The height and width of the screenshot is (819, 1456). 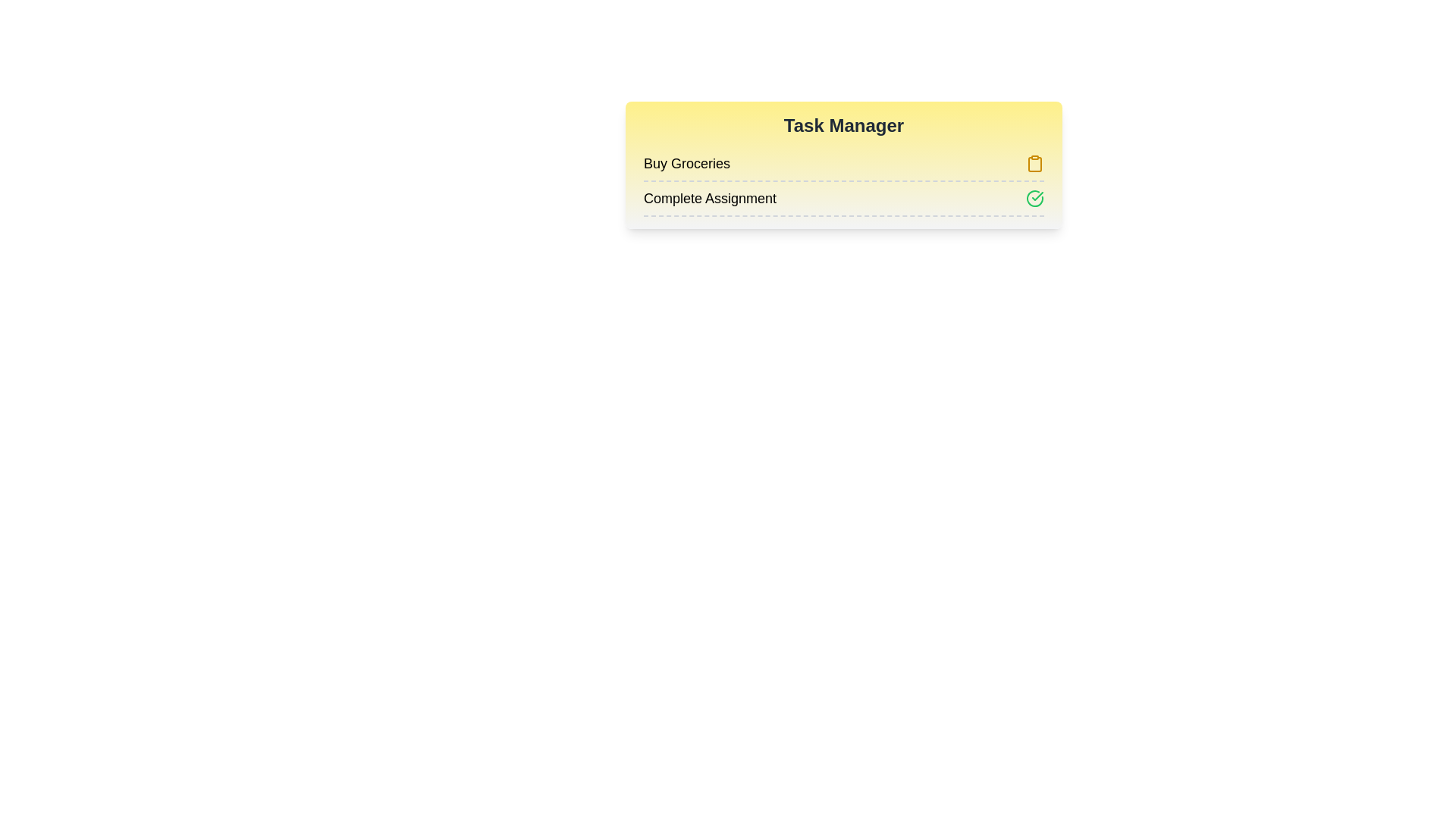 I want to click on the checkmark icon within a circular frame, which indicates the completion of the second task adjacent to 'Complete Assignment', so click(x=1037, y=195).